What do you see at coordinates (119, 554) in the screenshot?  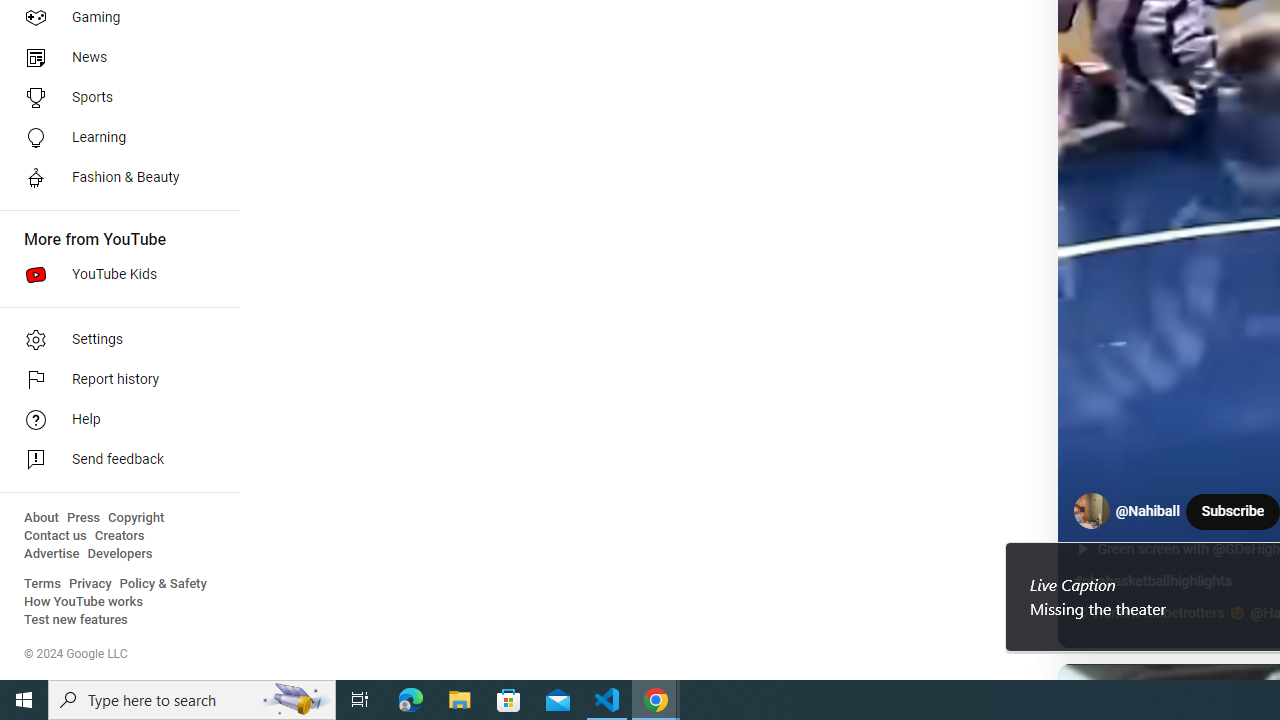 I see `'Developers'` at bounding box center [119, 554].